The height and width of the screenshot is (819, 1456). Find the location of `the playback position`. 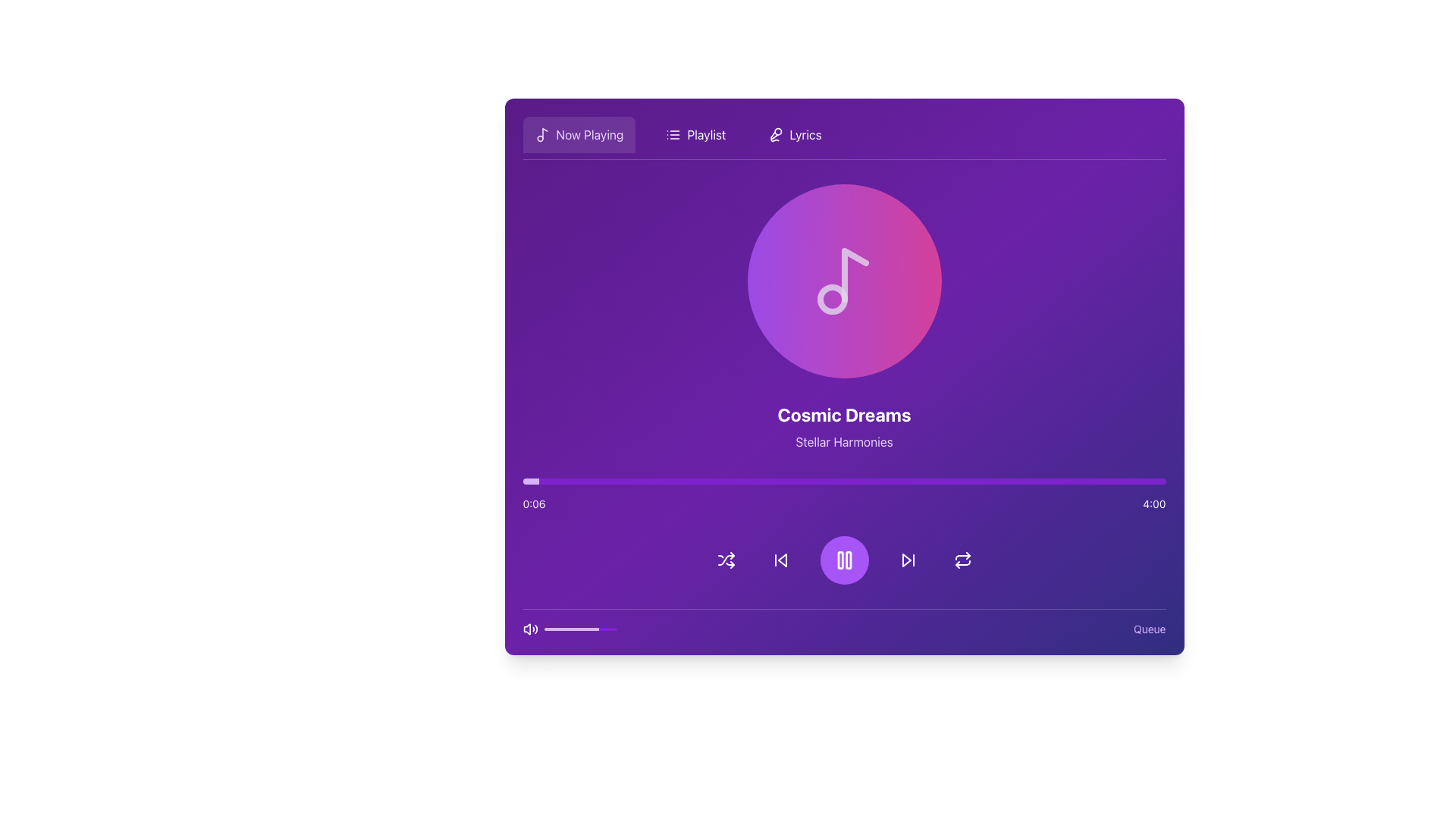

the playback position is located at coordinates (611, 482).